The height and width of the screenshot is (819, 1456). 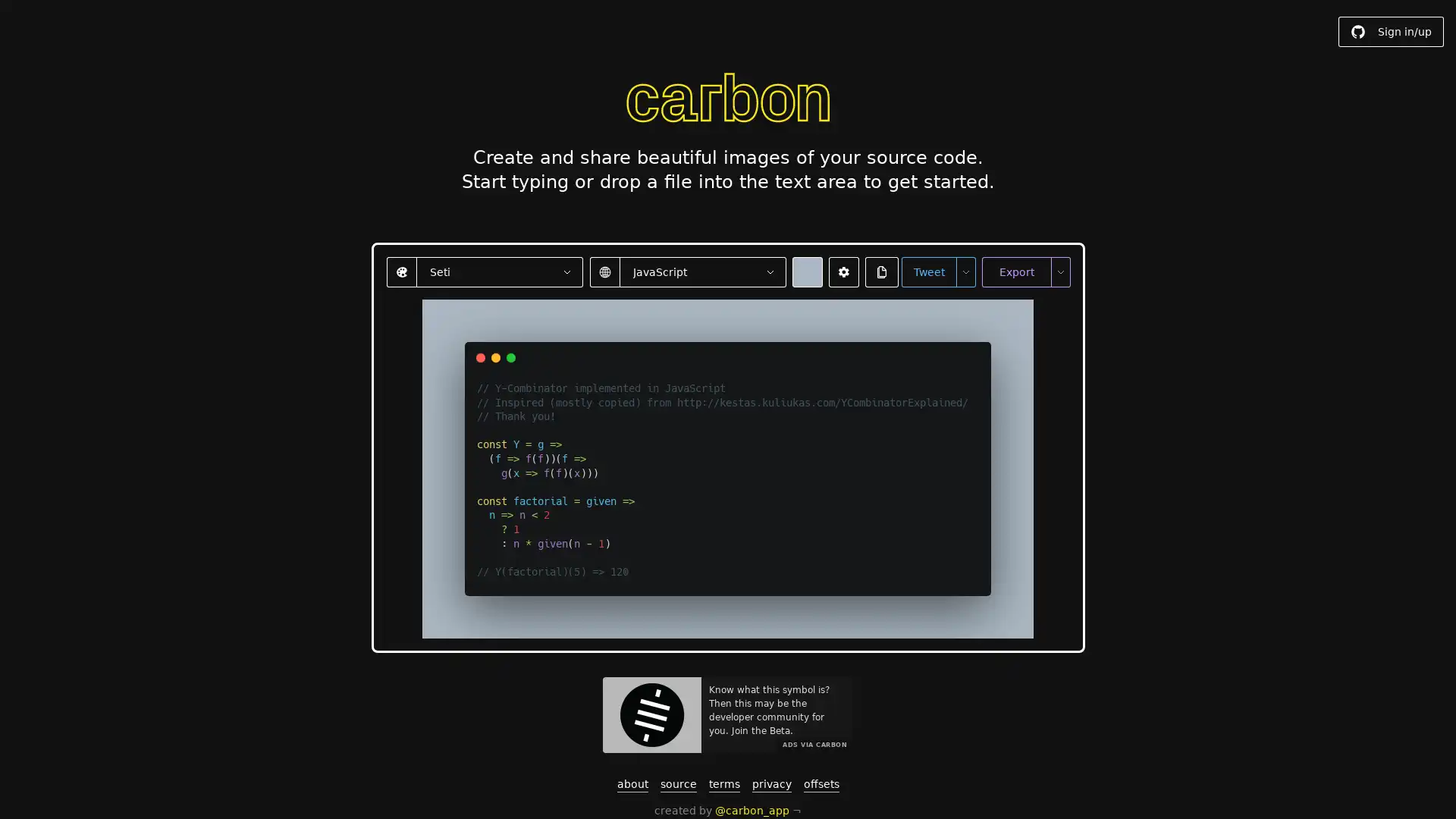 What do you see at coordinates (927, 271) in the screenshot?
I see `Tweet` at bounding box center [927, 271].